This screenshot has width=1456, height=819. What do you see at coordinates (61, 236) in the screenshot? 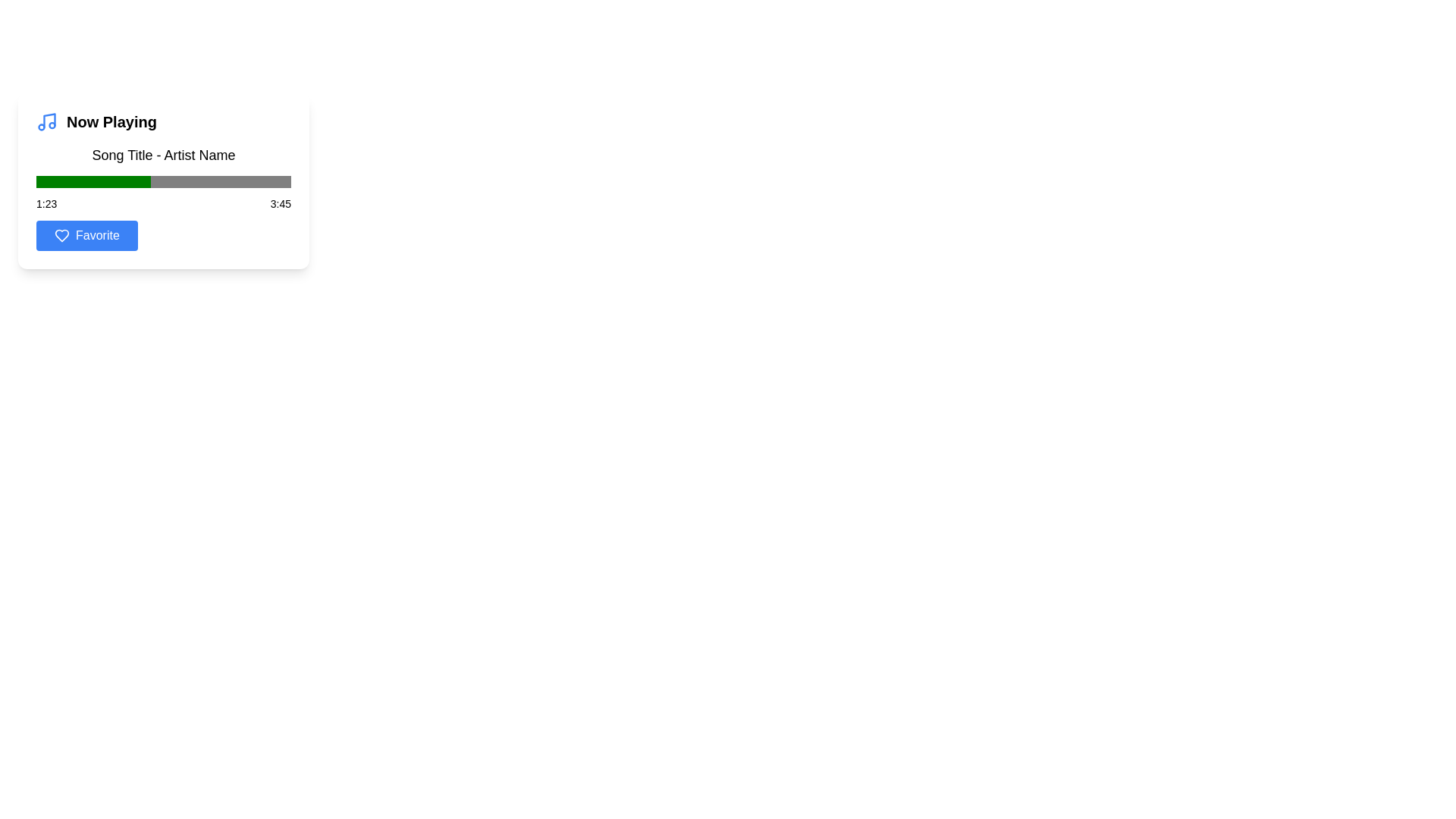
I see `the 'heart' icon located to the left of the 'Favorite' text within the button below the music player card` at bounding box center [61, 236].